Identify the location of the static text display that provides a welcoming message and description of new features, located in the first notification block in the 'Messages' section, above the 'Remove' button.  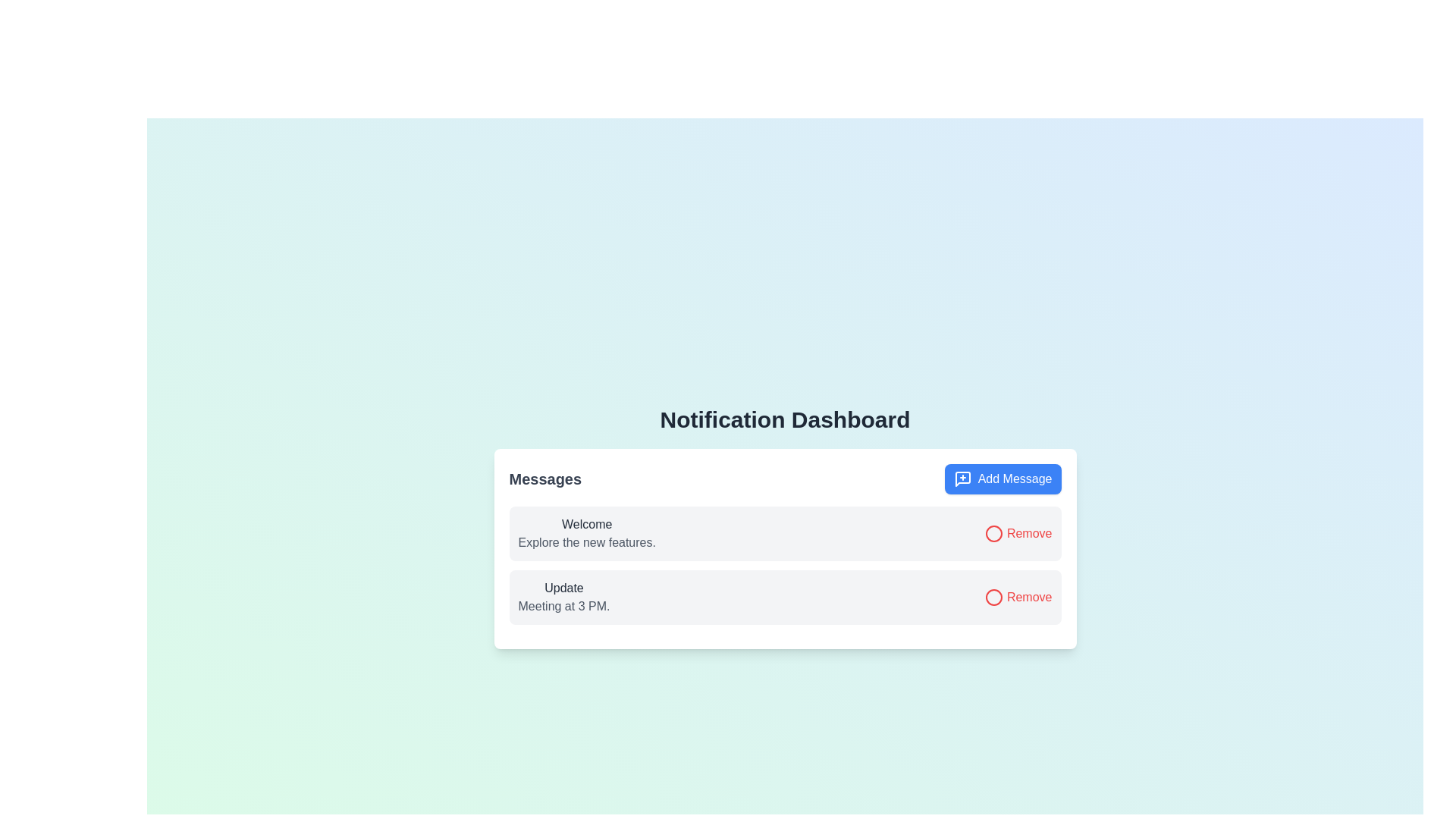
(586, 533).